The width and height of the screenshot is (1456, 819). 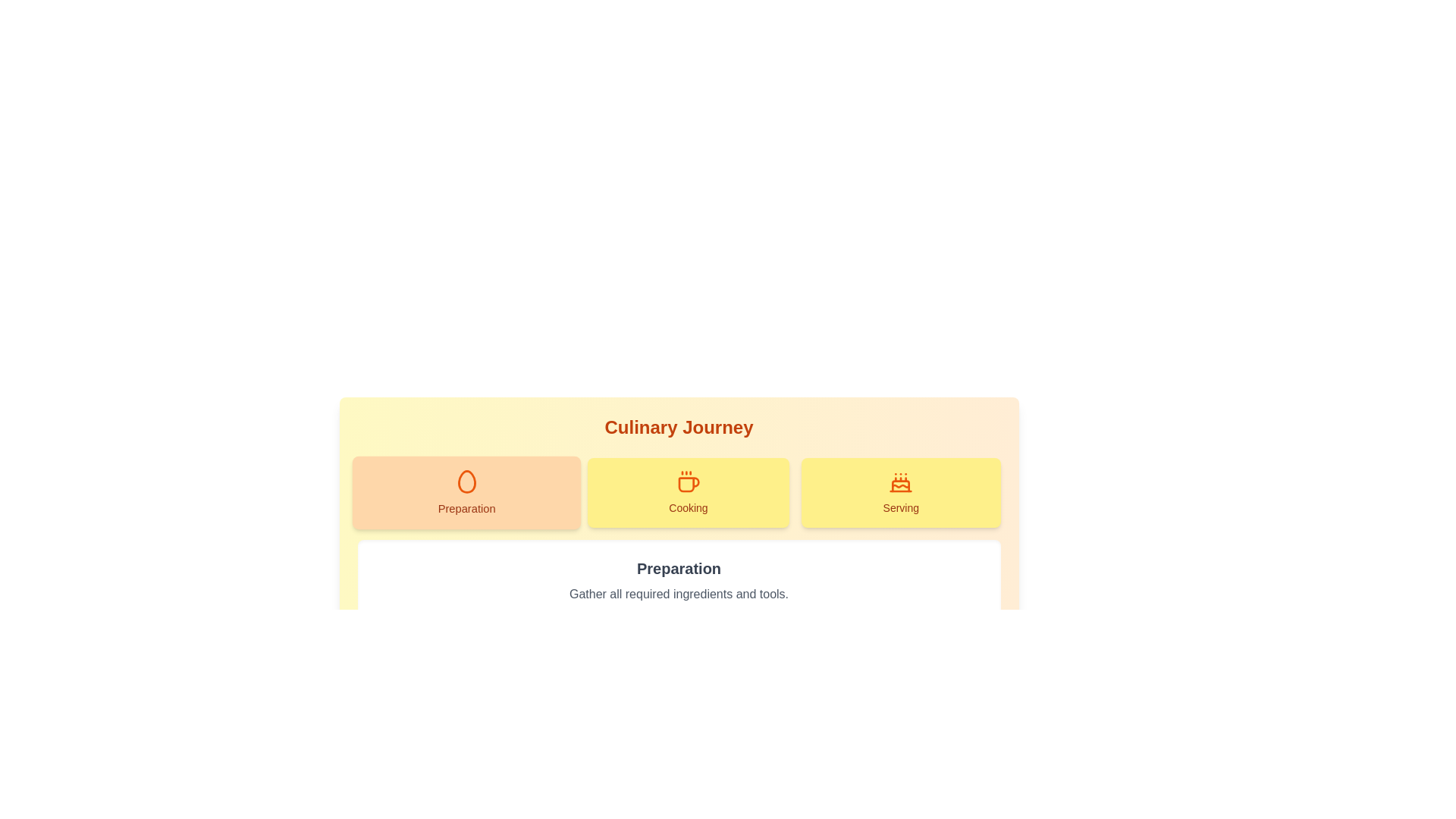 What do you see at coordinates (901, 486) in the screenshot?
I see `the base portion of the SVG cake icon located centrally within the 'Serving' section of the icon` at bounding box center [901, 486].